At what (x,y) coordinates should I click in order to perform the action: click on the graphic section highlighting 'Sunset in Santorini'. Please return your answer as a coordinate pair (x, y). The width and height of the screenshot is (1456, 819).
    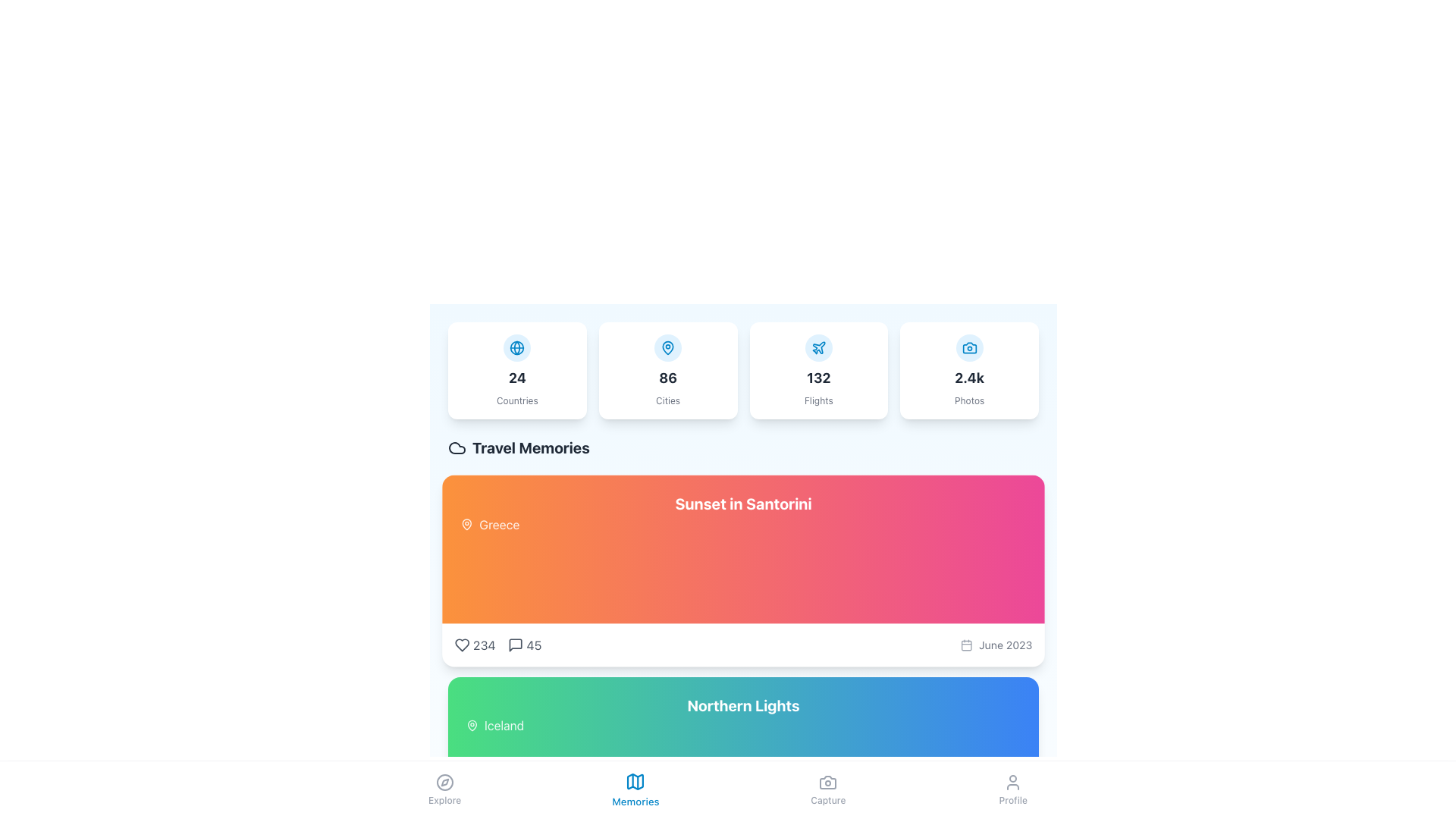
    Looking at the image, I should click on (743, 549).